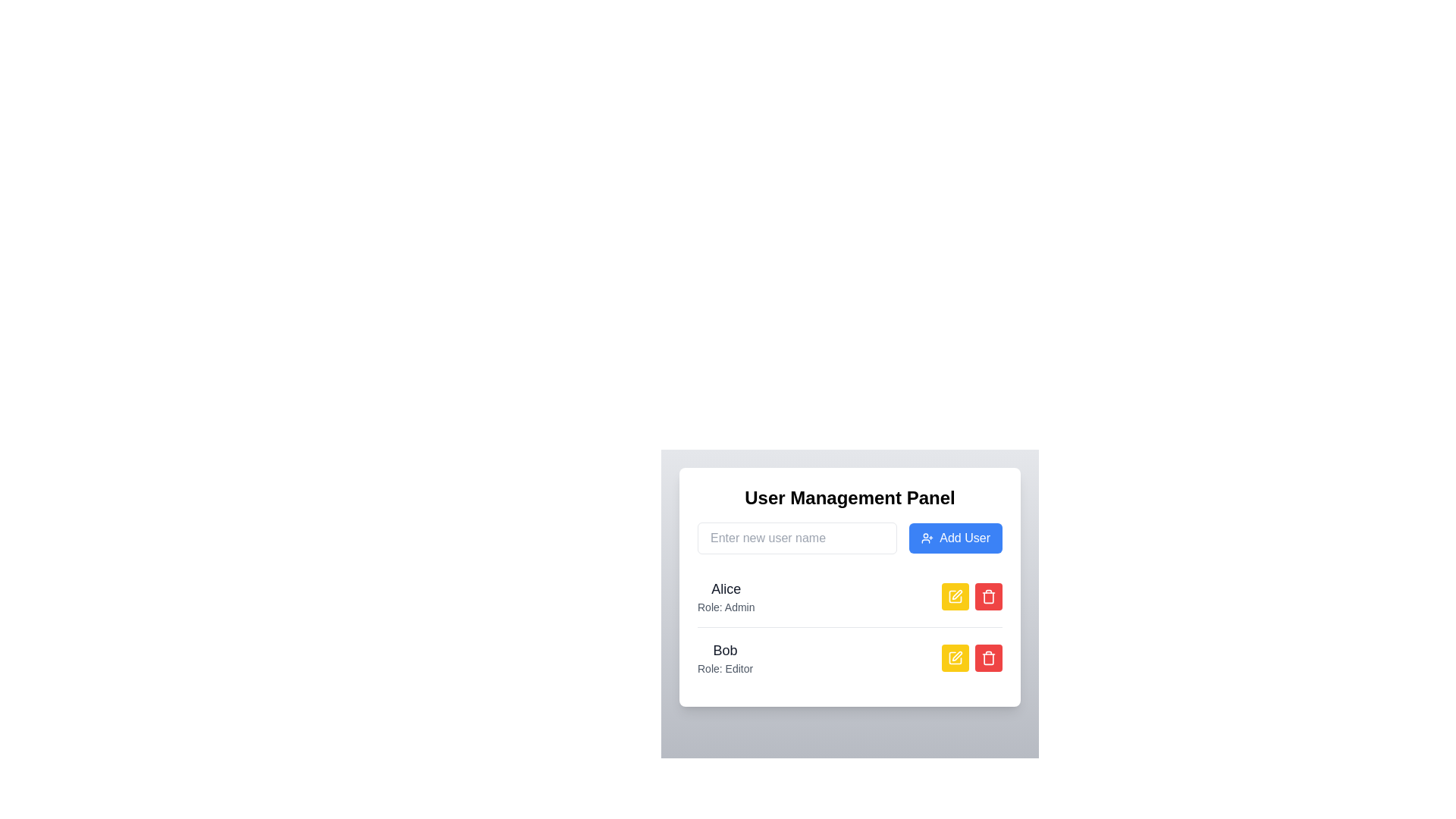 The image size is (1456, 819). Describe the element at coordinates (956, 655) in the screenshot. I see `the pen icon within the yellow rectangular button` at that location.